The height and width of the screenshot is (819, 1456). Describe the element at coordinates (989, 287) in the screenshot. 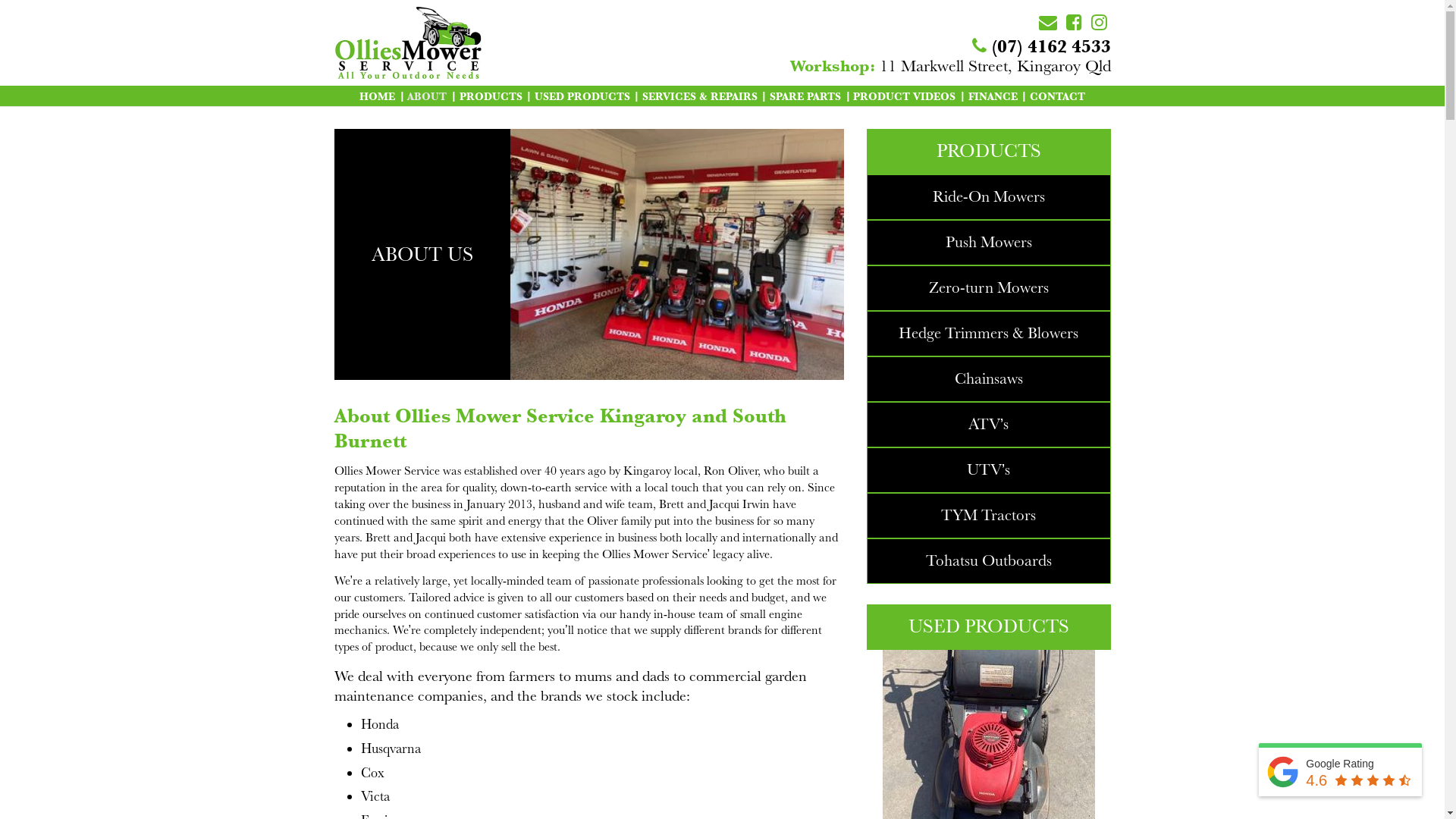

I see `'Zero-turn Mowers'` at that location.